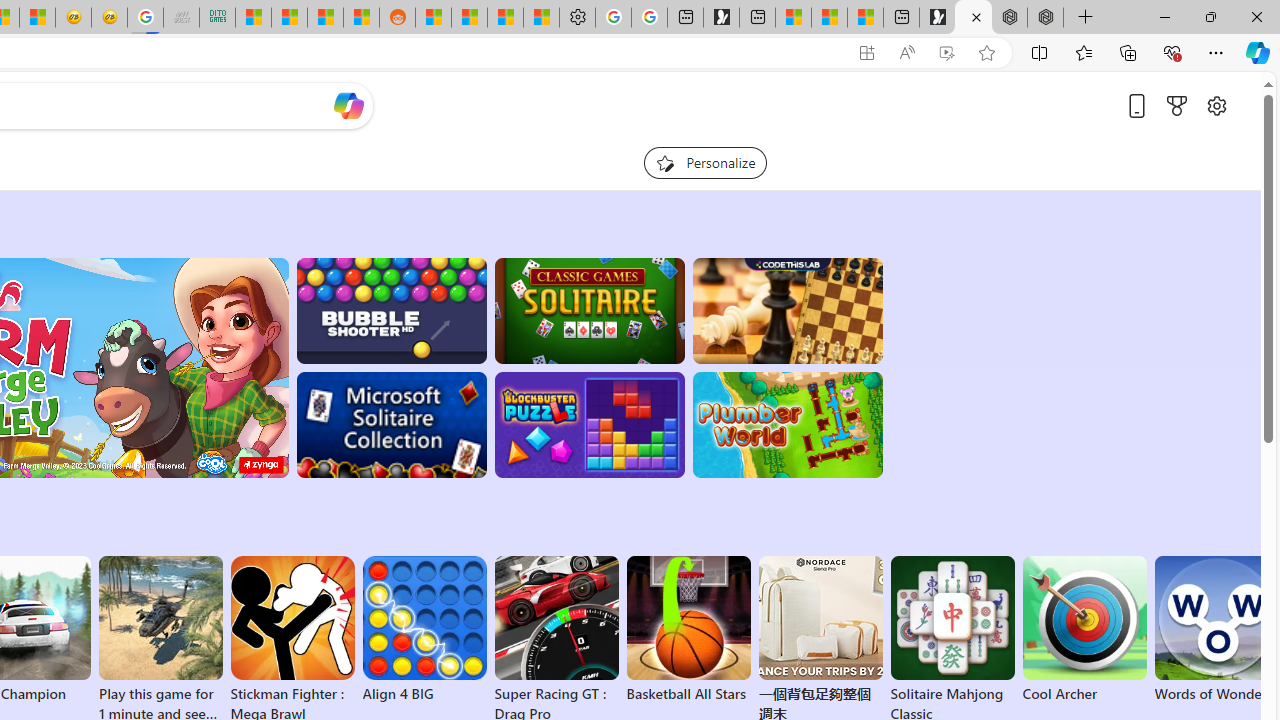 The width and height of the screenshot is (1280, 720). I want to click on 'Microsoft Solitaire Collection', so click(391, 424).